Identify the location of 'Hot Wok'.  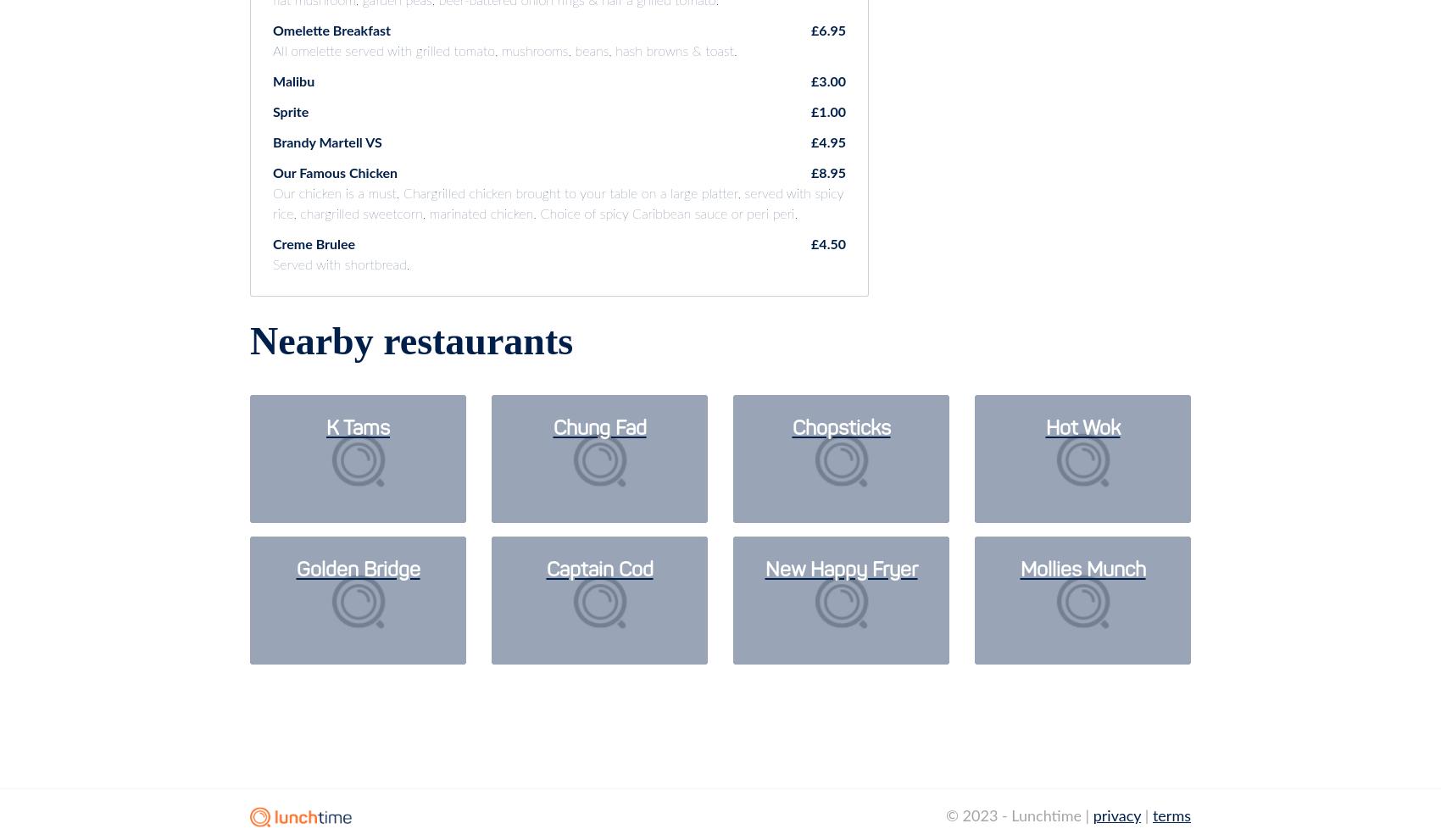
(1082, 429).